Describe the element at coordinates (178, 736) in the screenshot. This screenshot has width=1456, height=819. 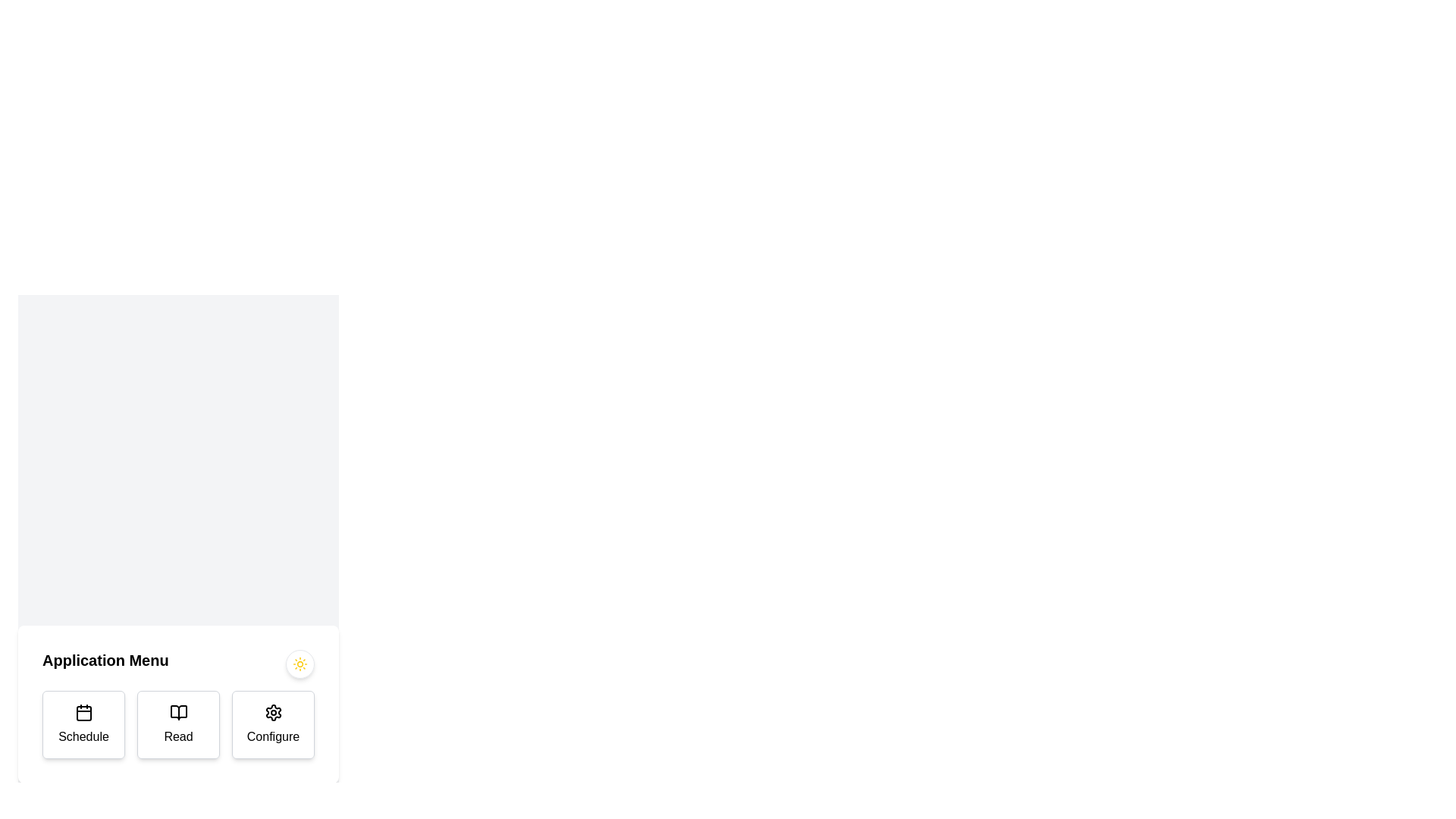
I see `'Read' text label, which is styled in black on a white background and is located within the second button of a three-button horizontal menu layout, for accessibility metadata` at that location.